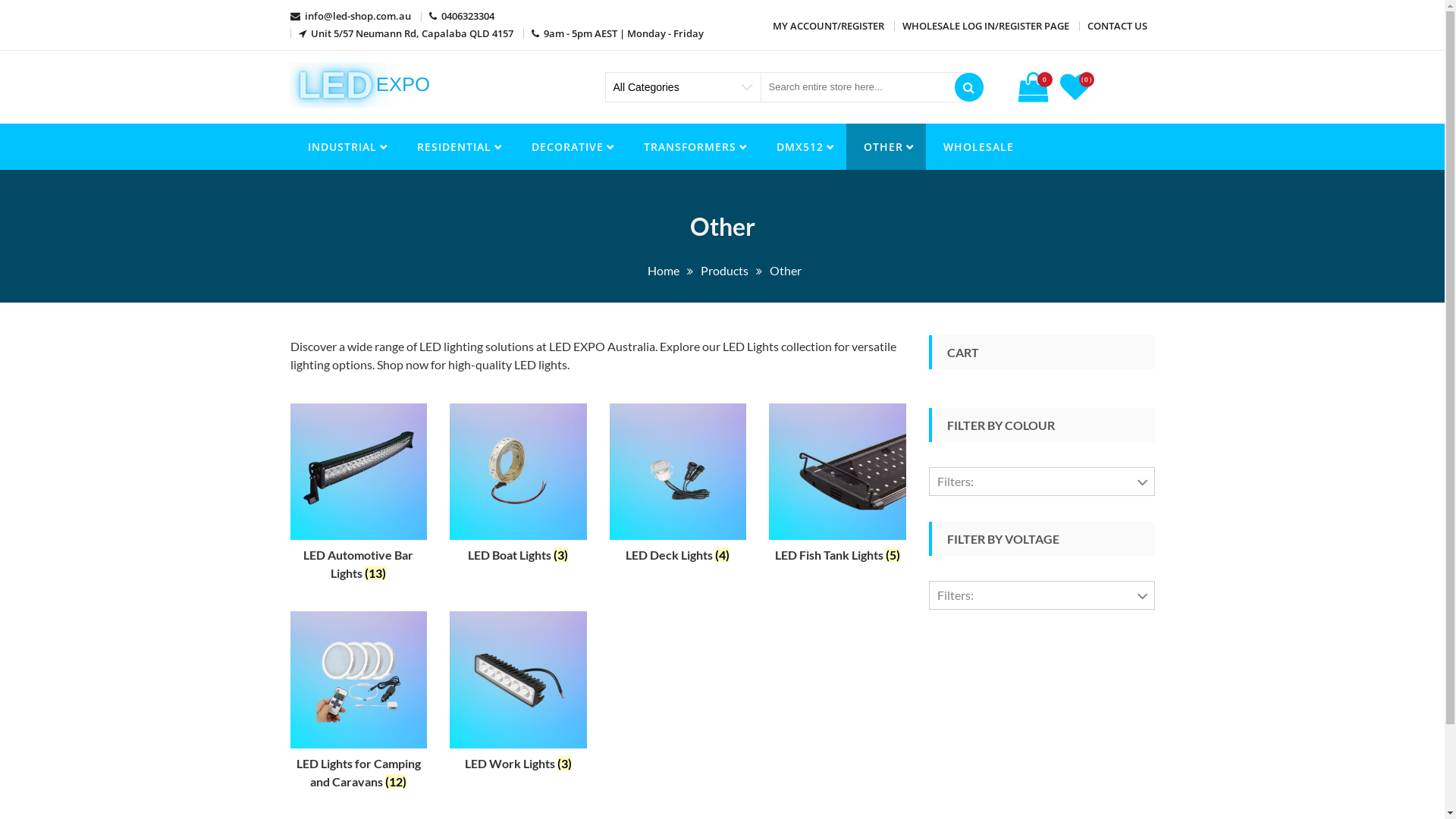 This screenshot has height=819, width=1456. What do you see at coordinates (968, 87) in the screenshot?
I see `'Search'` at bounding box center [968, 87].